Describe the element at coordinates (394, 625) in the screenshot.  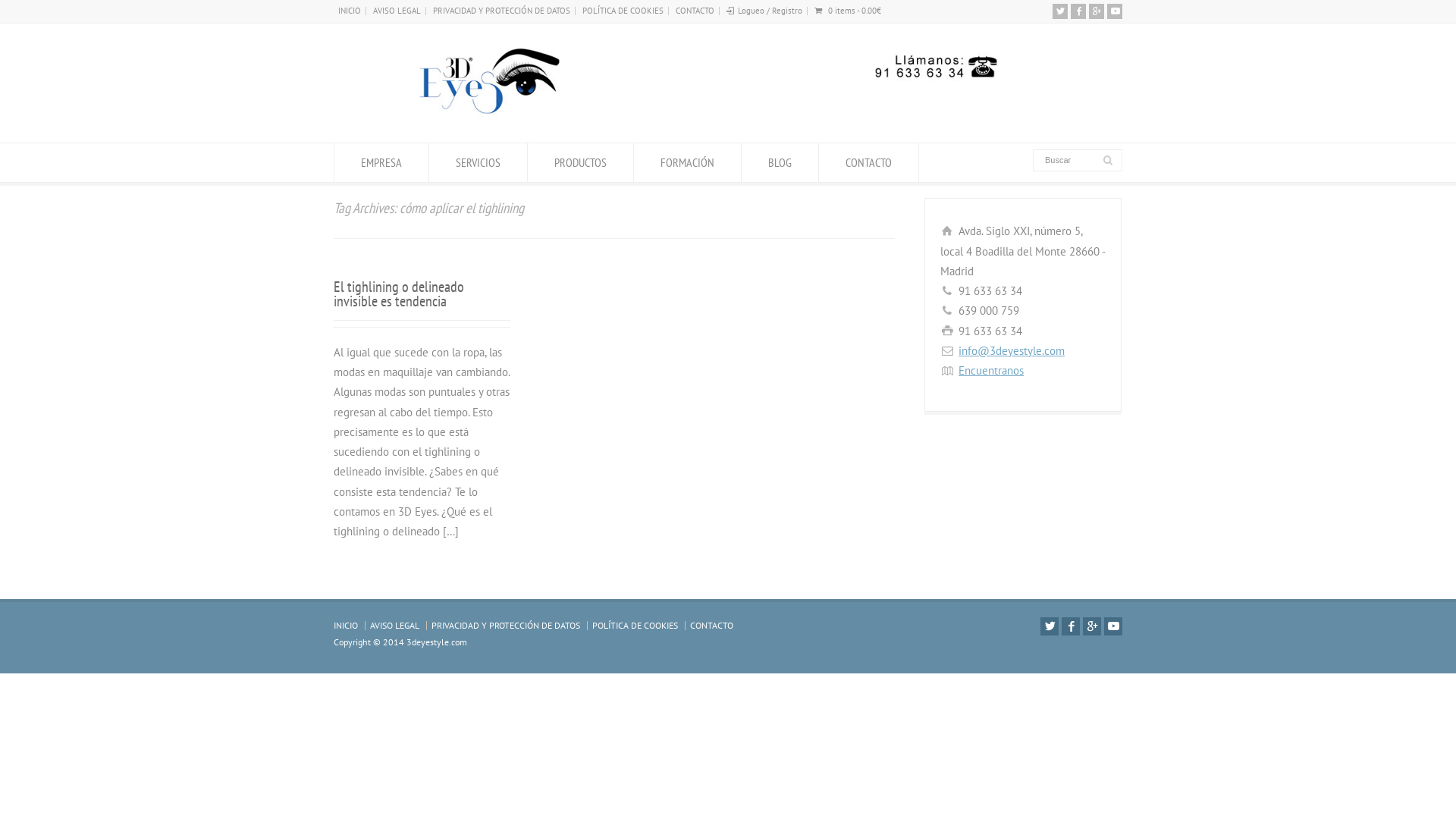
I see `'AVISO LEGAL'` at that location.